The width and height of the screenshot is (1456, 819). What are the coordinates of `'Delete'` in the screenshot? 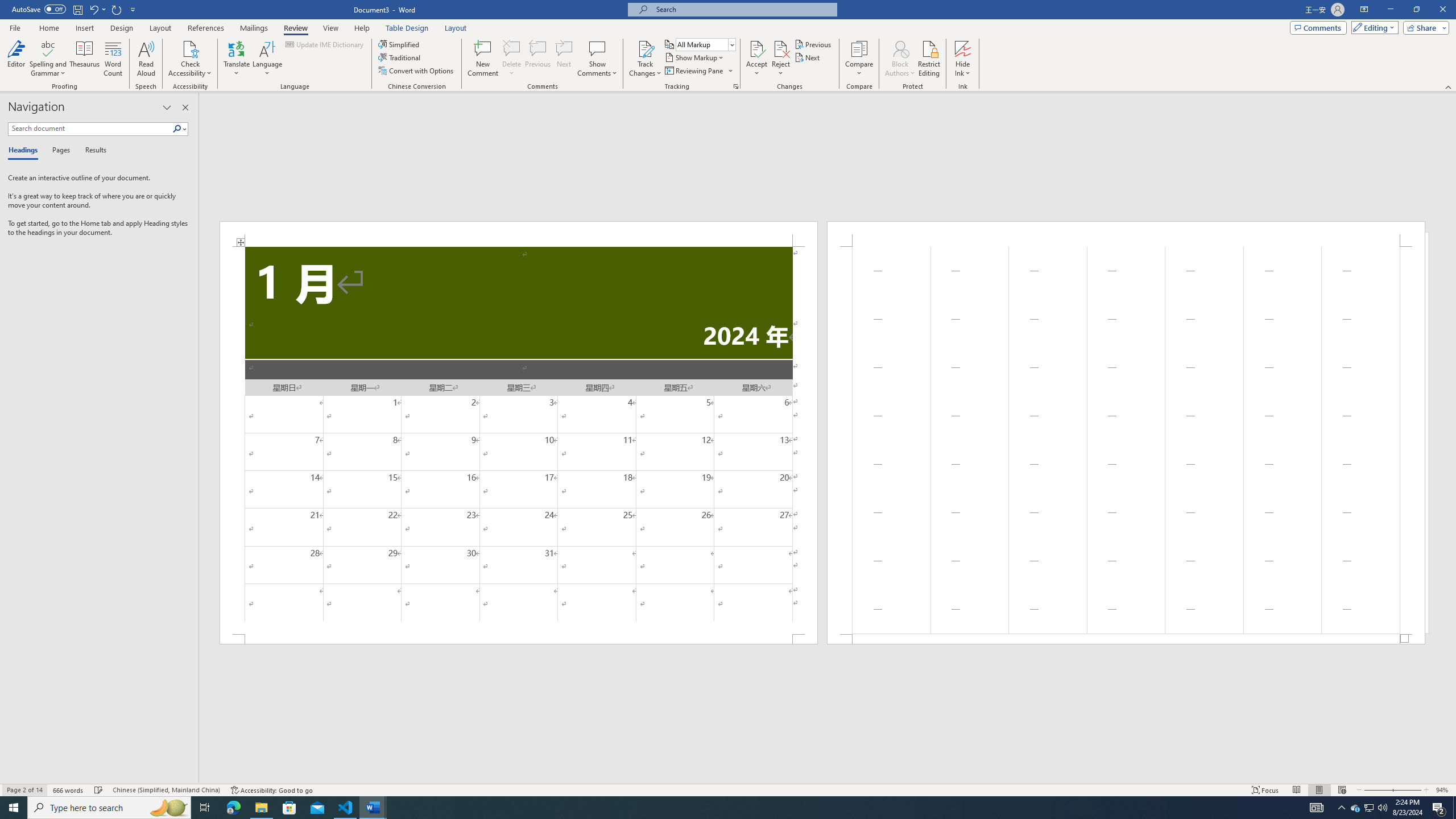 It's located at (511, 59).